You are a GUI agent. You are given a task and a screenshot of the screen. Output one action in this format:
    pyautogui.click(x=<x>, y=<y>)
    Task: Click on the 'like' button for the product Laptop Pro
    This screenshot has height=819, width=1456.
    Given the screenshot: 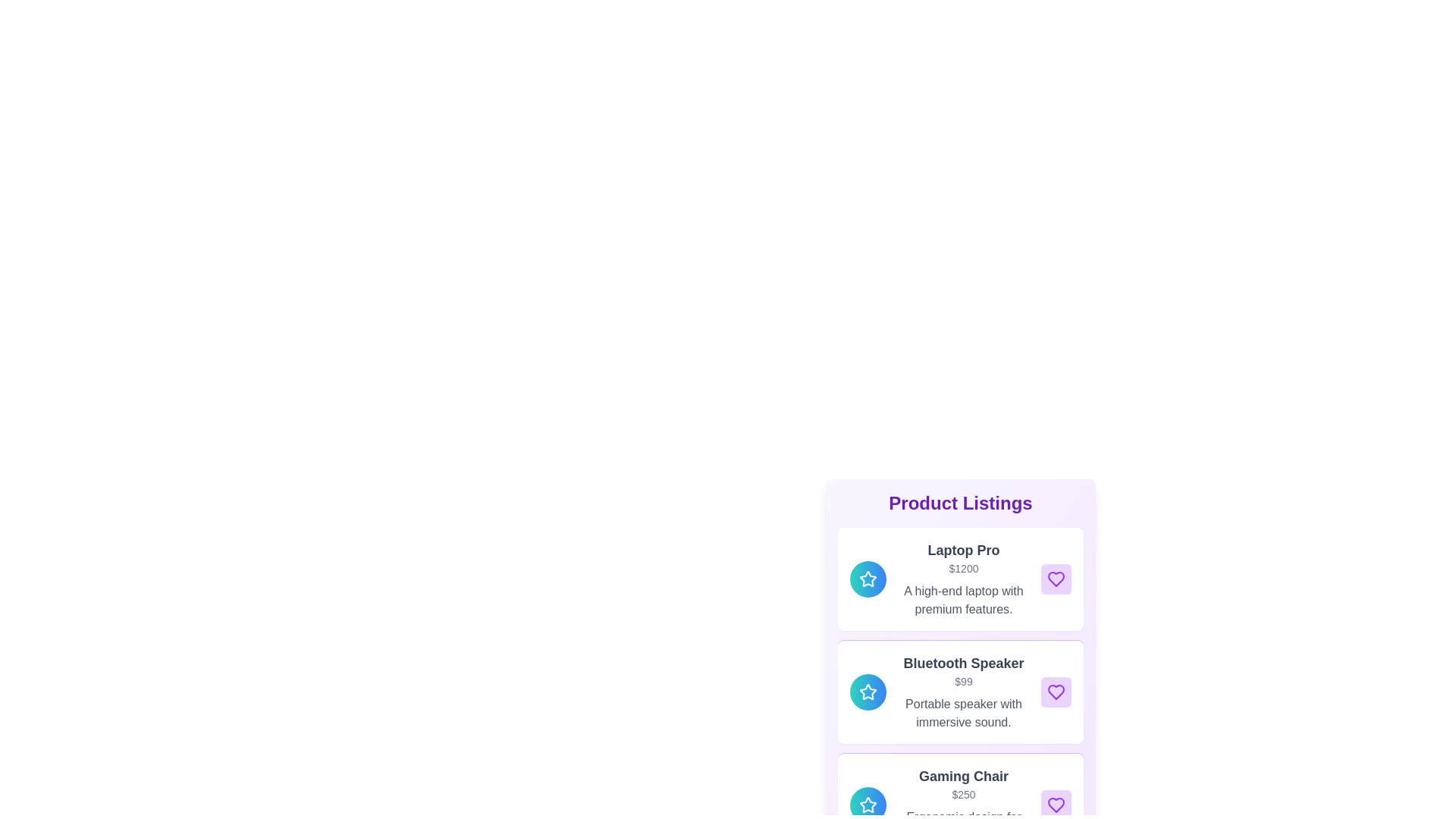 What is the action you would take?
    pyautogui.click(x=1055, y=579)
    